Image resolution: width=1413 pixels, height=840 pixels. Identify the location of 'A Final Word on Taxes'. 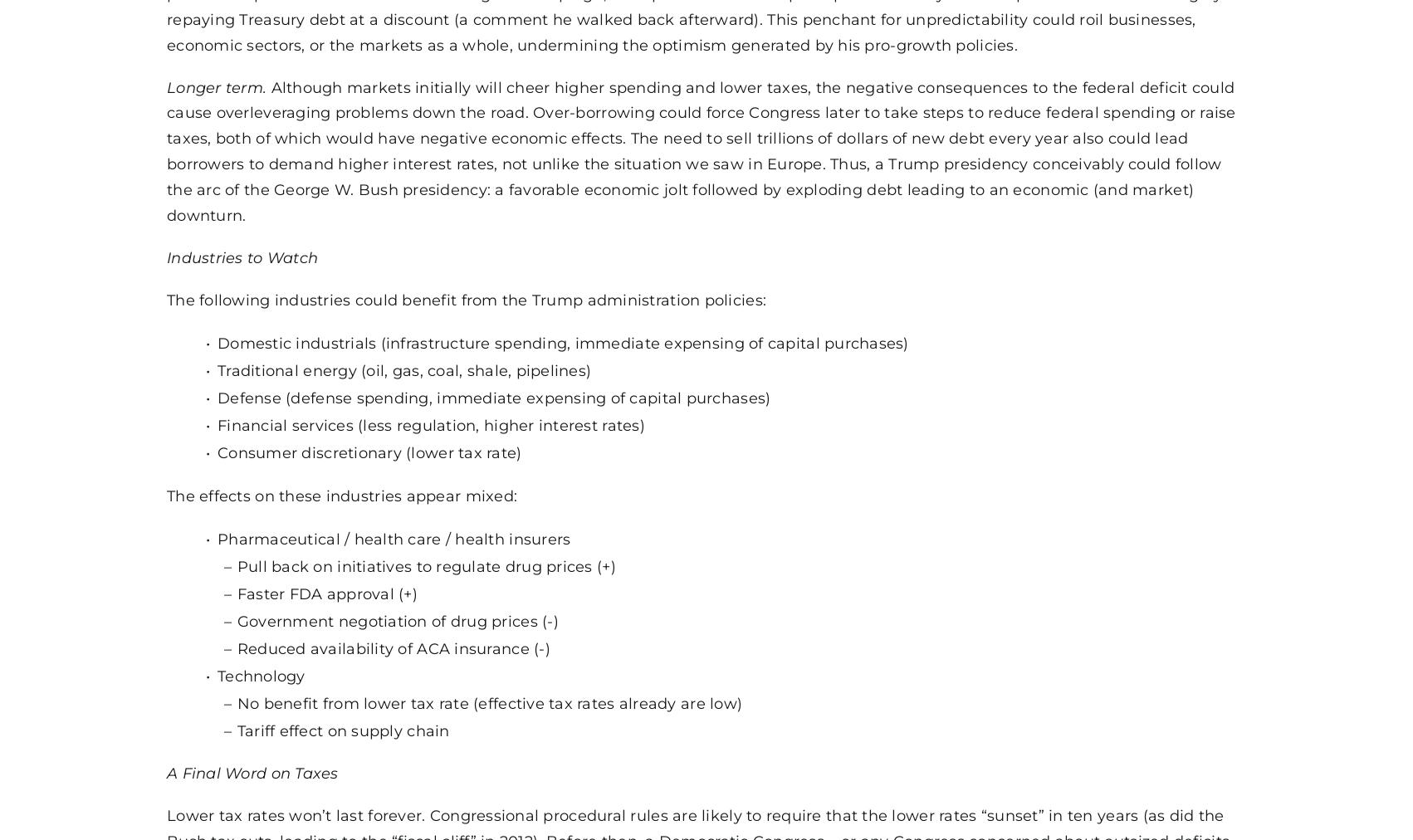
(252, 773).